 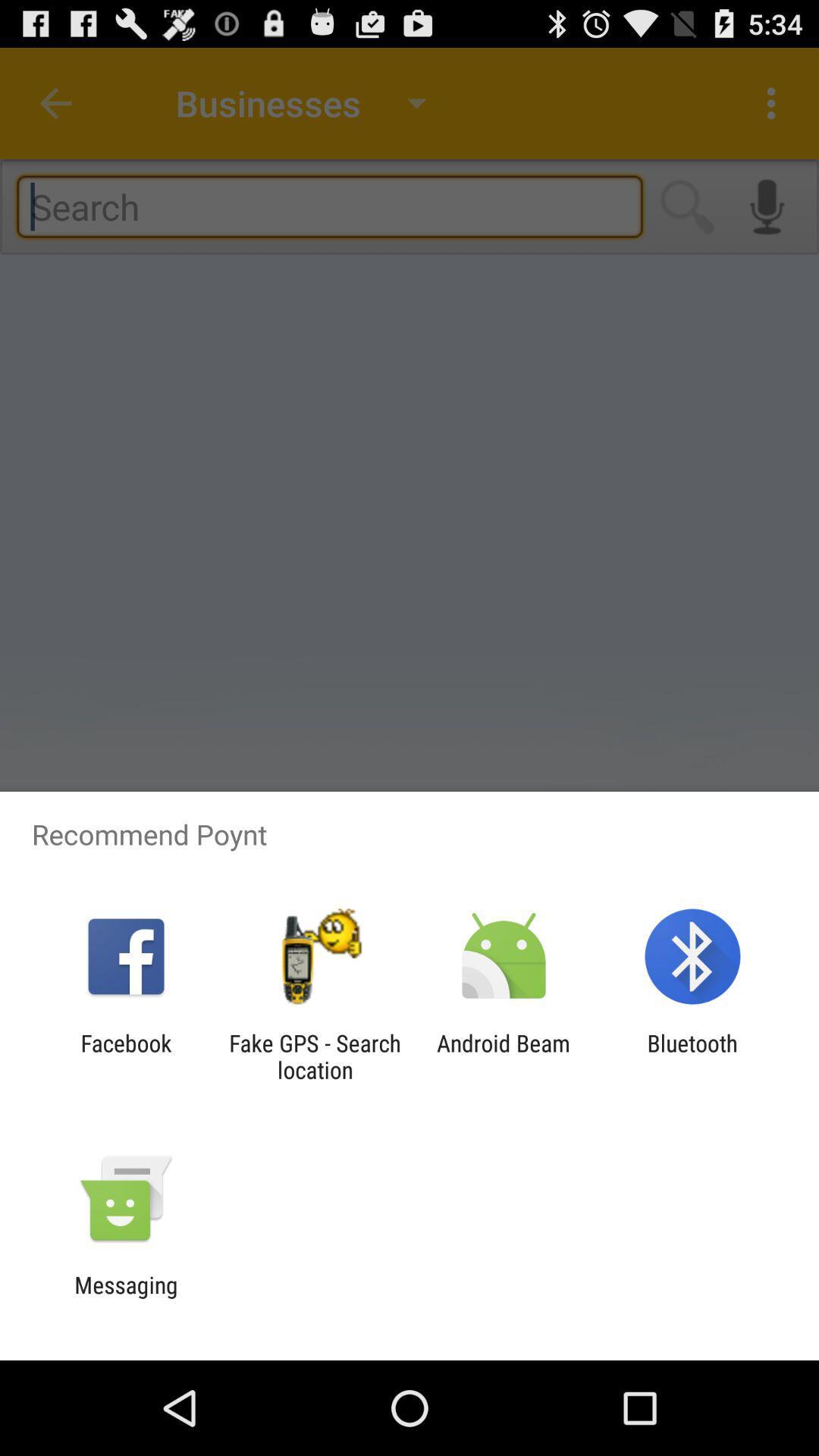 What do you see at coordinates (692, 1056) in the screenshot?
I see `the item to the right of android beam item` at bounding box center [692, 1056].